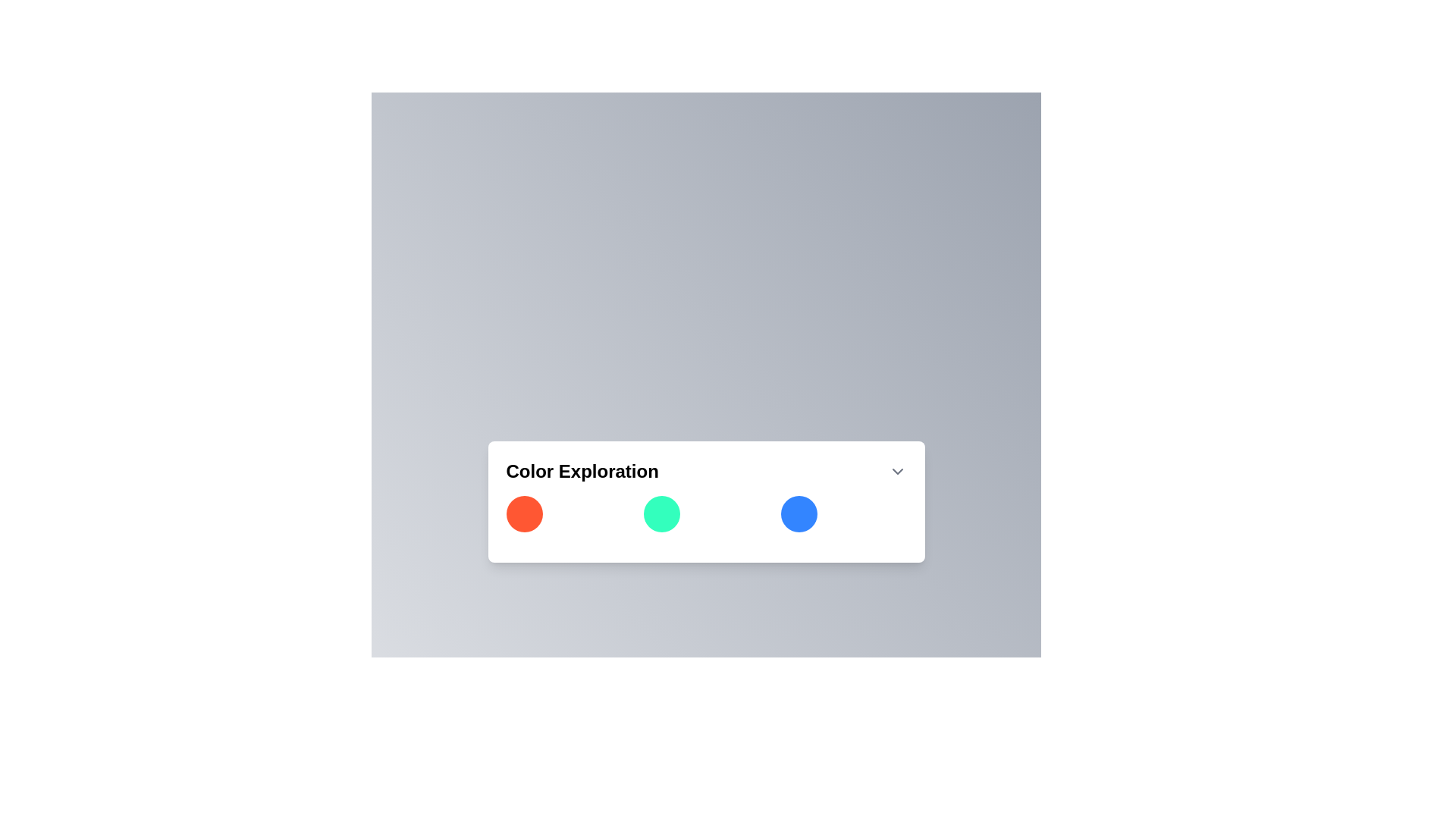 The width and height of the screenshot is (1456, 819). What do you see at coordinates (799, 513) in the screenshot?
I see `the third circular button in the color selection interface located under the 'Color Exploration' title` at bounding box center [799, 513].